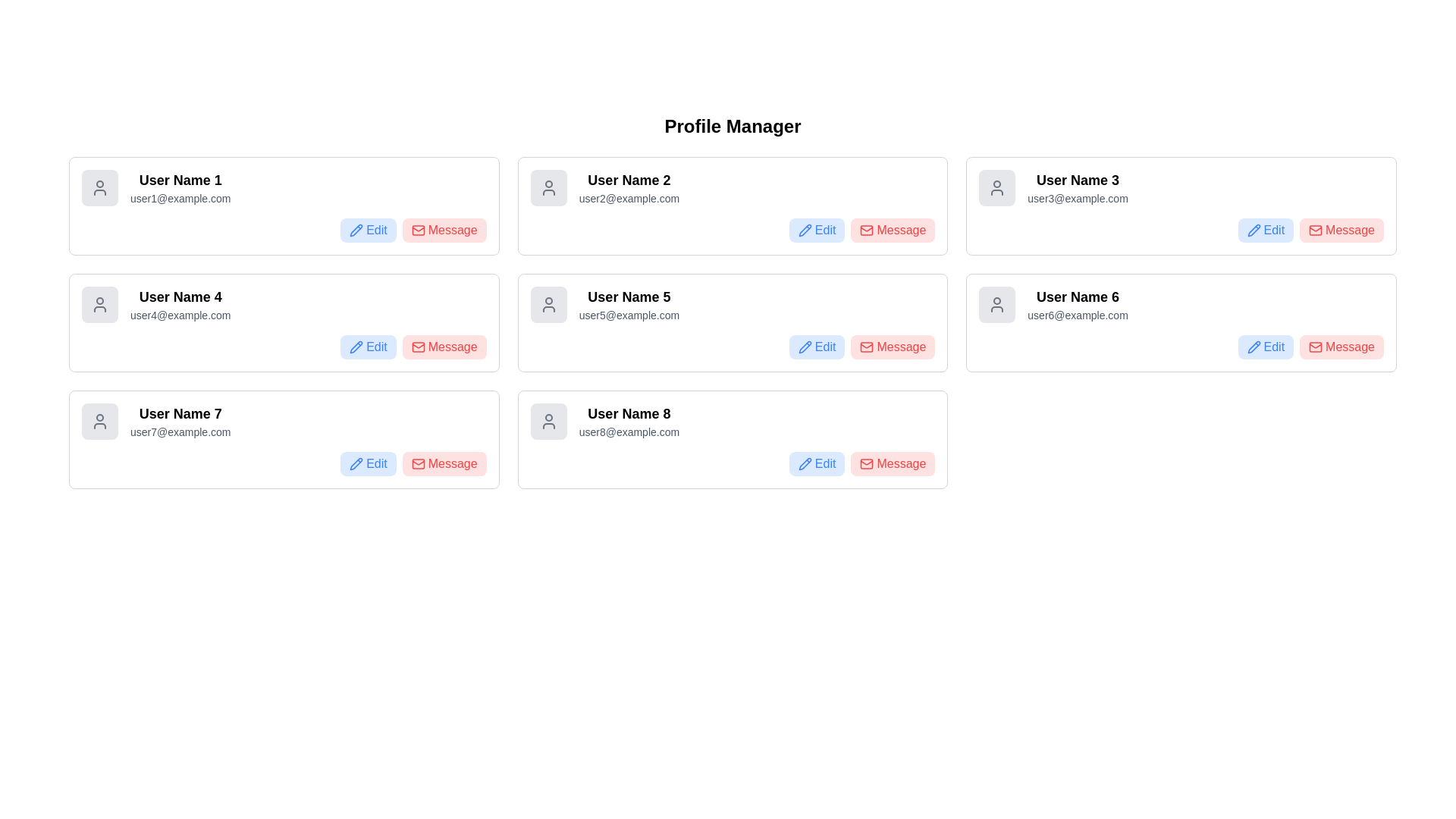 The image size is (1456, 819). Describe the element at coordinates (1254, 231) in the screenshot. I see `the main body of the pencil icon located in the edit button for 'User Name 3' in the top-right corner of the user card` at that location.